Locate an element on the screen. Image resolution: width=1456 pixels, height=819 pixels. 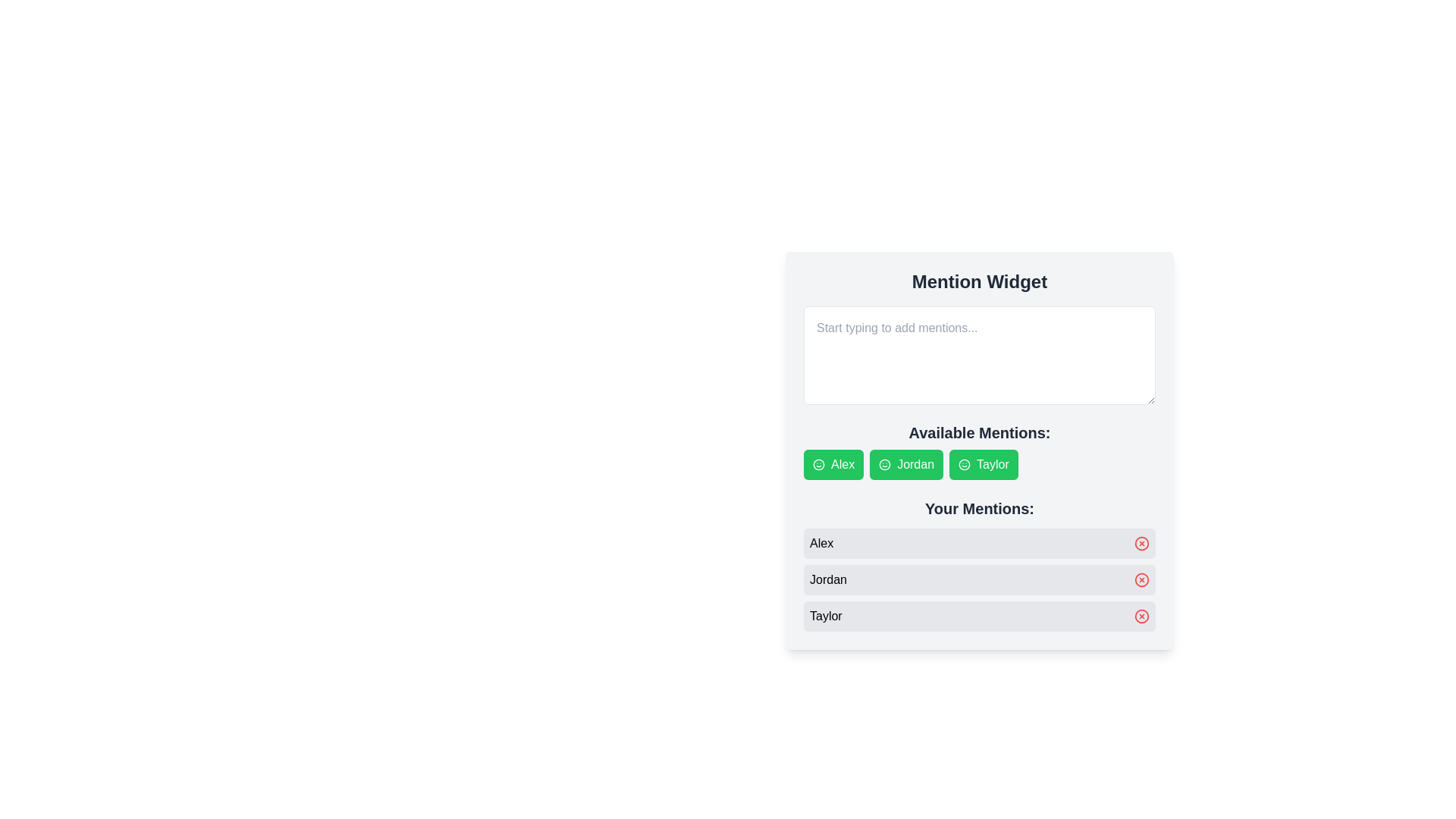
the interactive circular button with a cross to the far right of the 'Taylor' mention in the 'Your Mentions' list is located at coordinates (1142, 617).